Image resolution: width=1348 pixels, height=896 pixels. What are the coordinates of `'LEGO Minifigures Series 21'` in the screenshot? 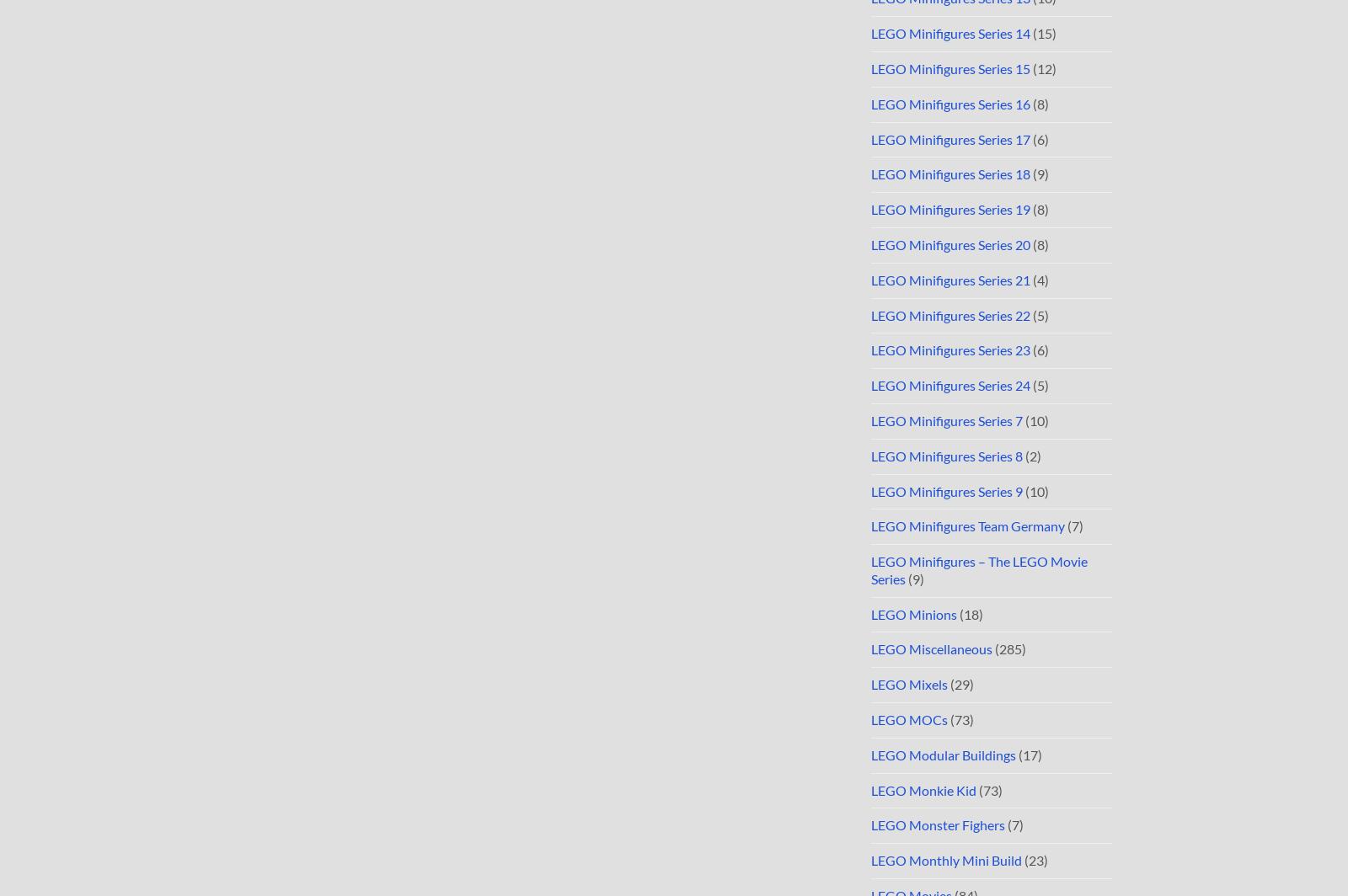 It's located at (870, 279).